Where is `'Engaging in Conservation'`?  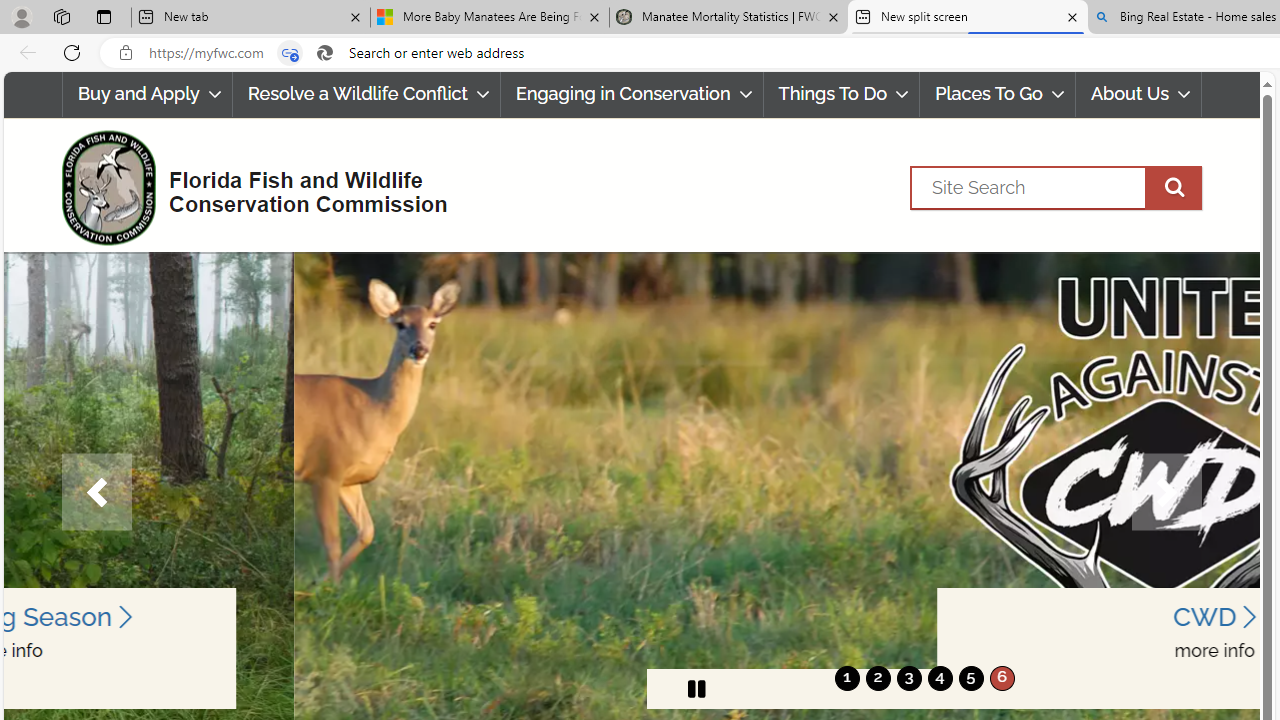
'Engaging in Conservation' is located at coordinates (630, 94).